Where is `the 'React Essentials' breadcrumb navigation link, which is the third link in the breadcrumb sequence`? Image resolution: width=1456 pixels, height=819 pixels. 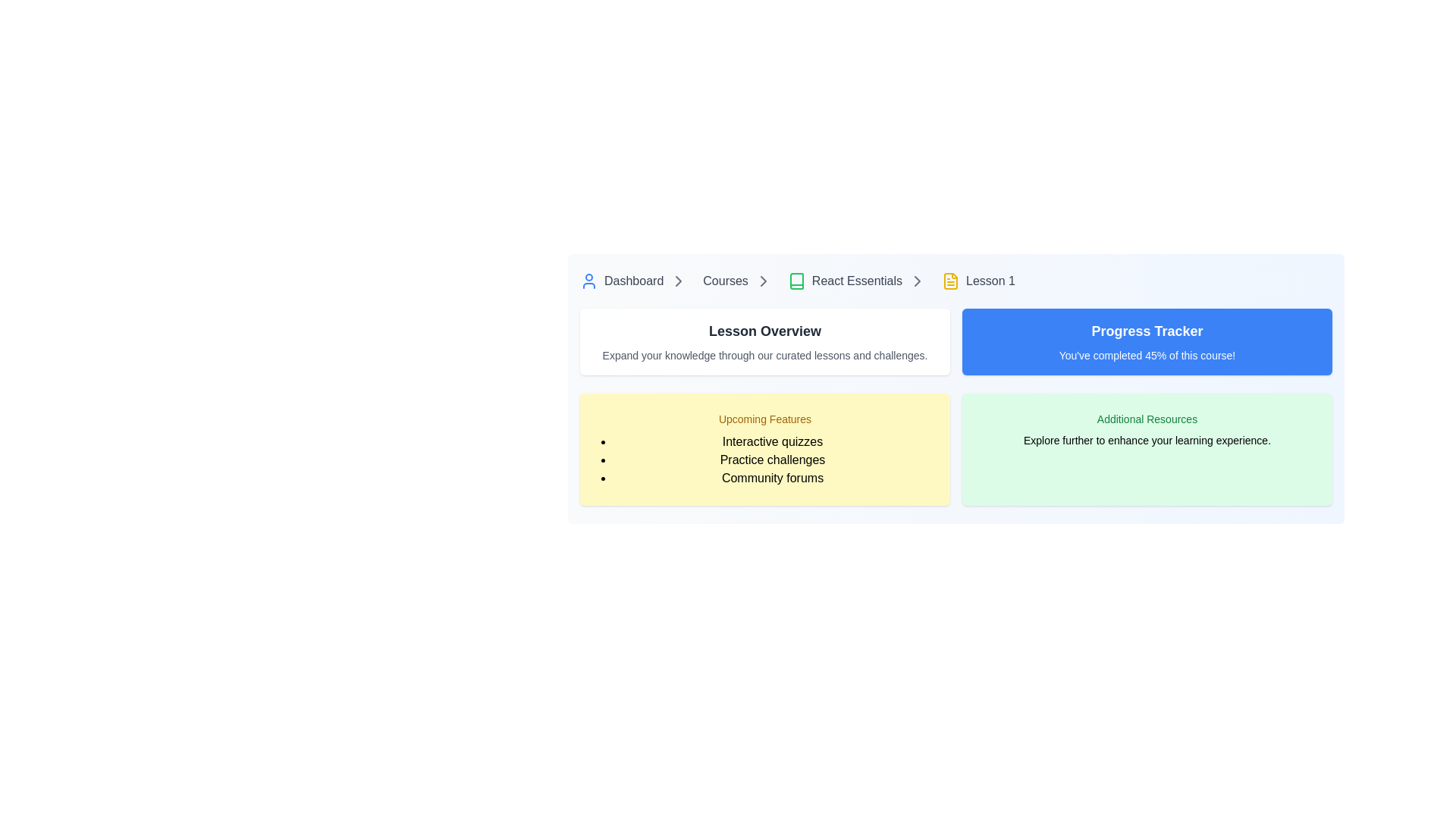
the 'React Essentials' breadcrumb navigation link, which is the third link in the breadcrumb sequence is located at coordinates (860, 281).